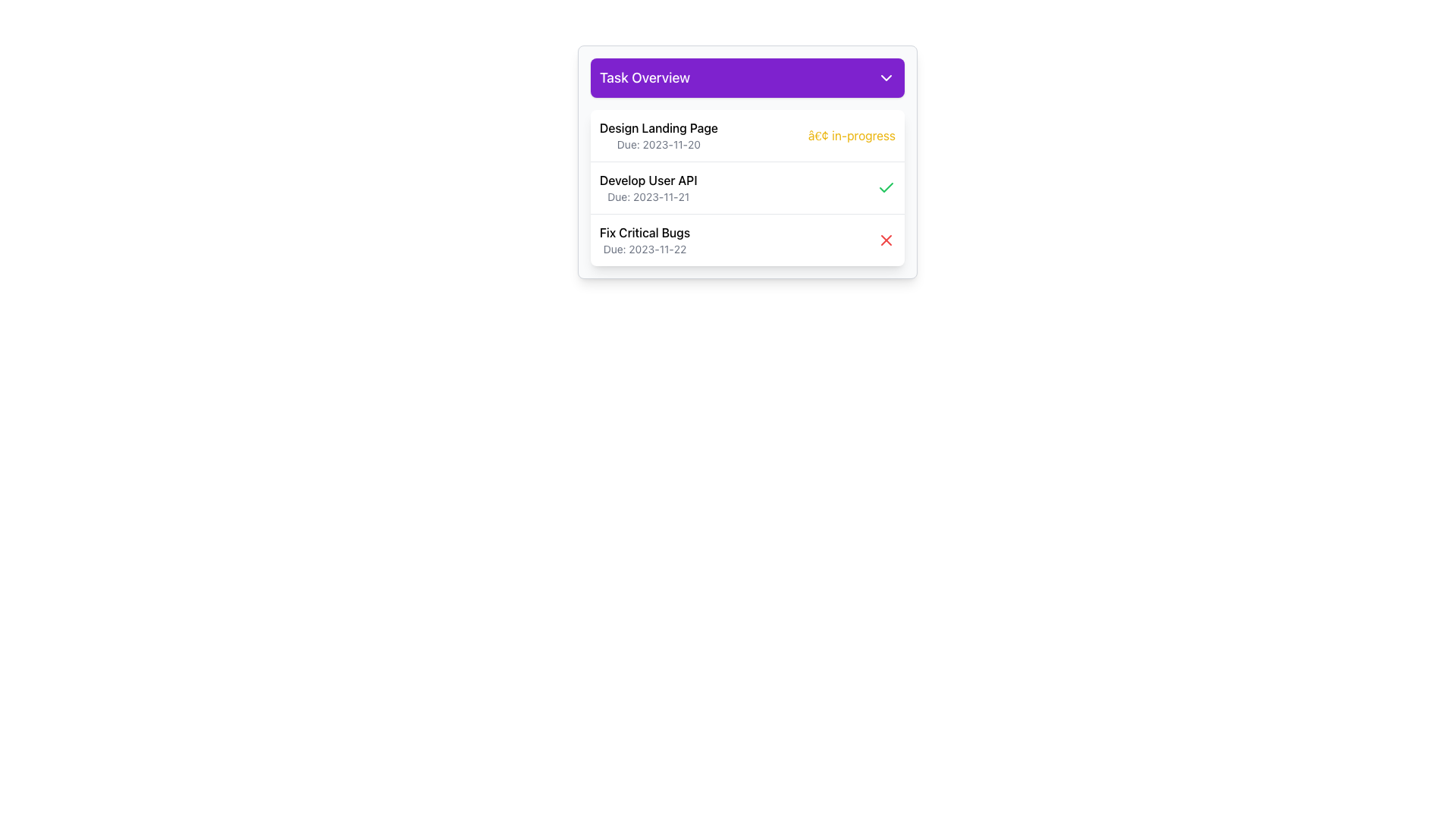 The width and height of the screenshot is (1456, 819). What do you see at coordinates (645, 248) in the screenshot?
I see `deadline information displayed in the text label located under the task title in the 'Fix Critical Bugs' section of the Task Overview panel` at bounding box center [645, 248].